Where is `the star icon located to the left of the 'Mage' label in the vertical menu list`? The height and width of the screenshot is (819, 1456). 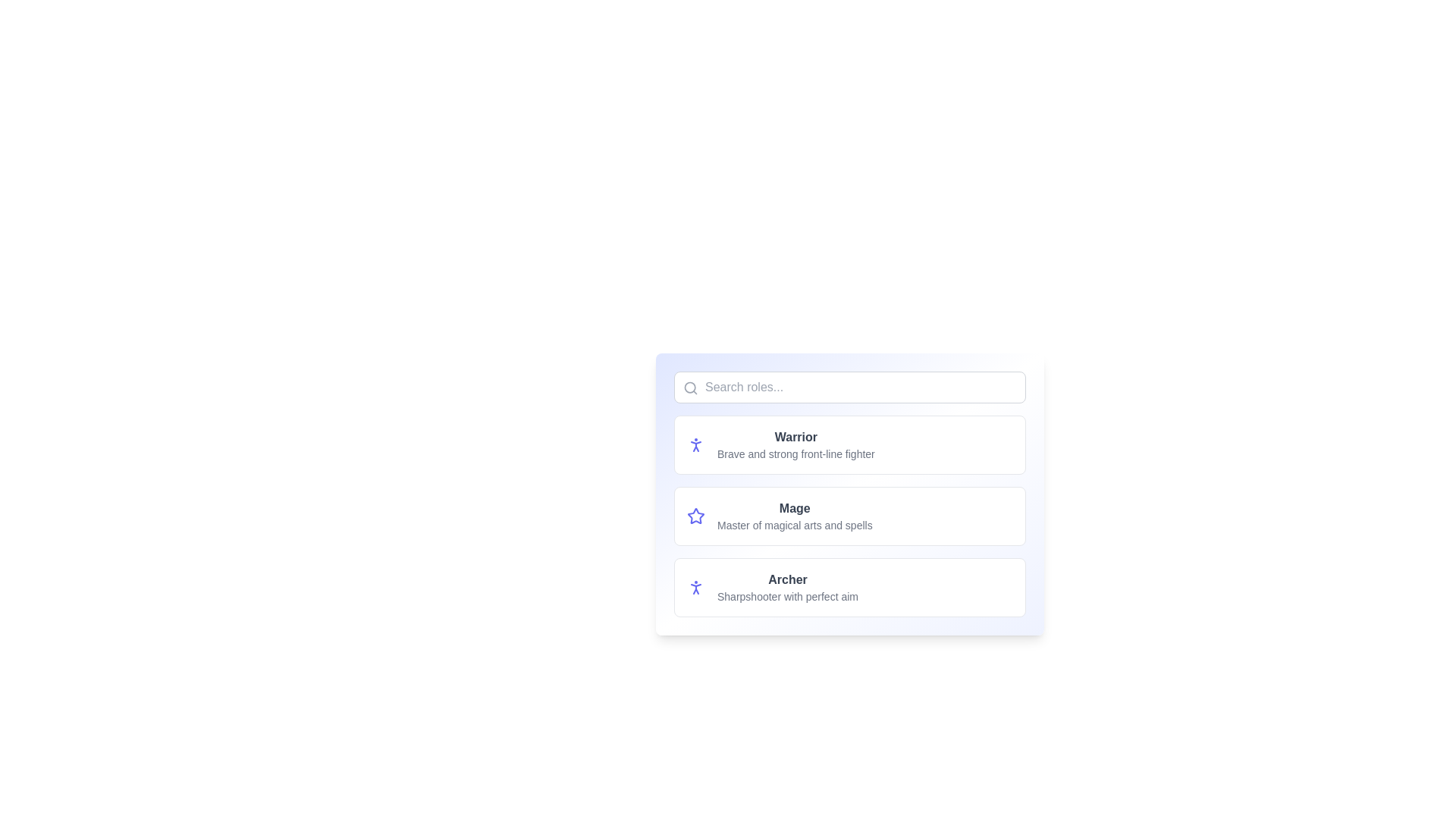
the star icon located to the left of the 'Mage' label in the vertical menu list is located at coordinates (695, 515).